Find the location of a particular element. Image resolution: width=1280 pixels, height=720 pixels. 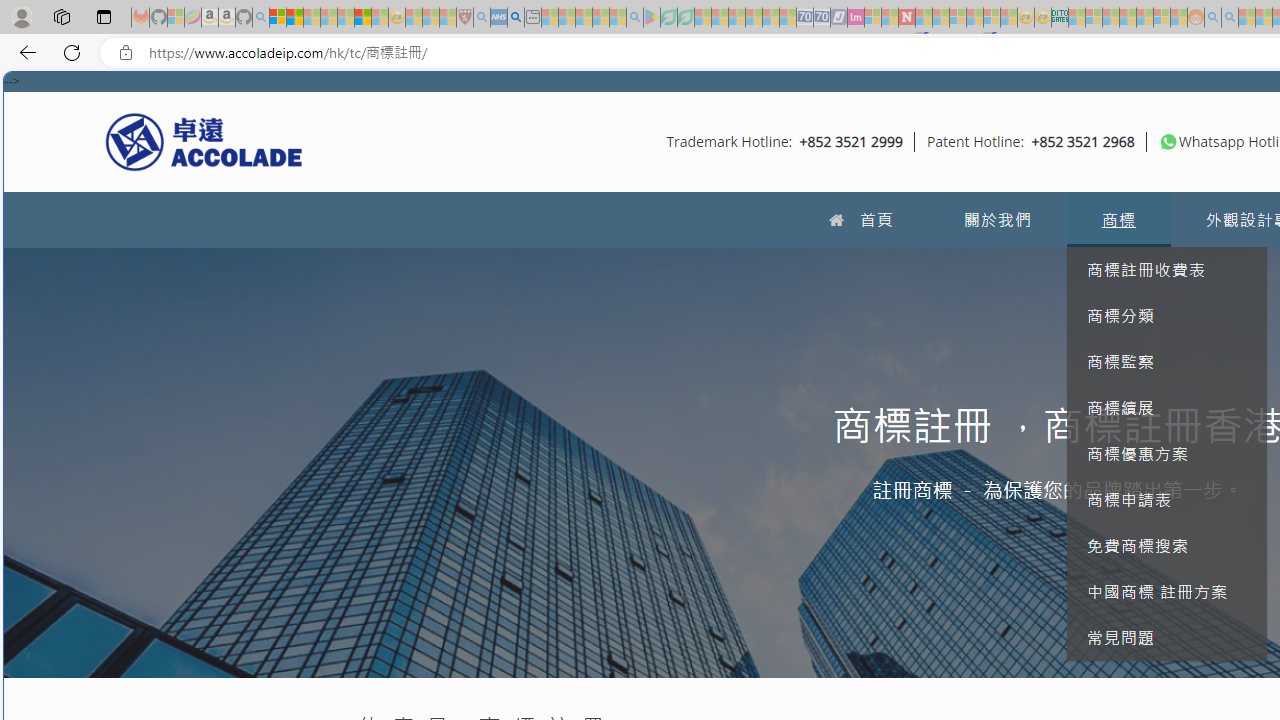

'Microsoft-Report a Concern to Bing - Sleeping' is located at coordinates (176, 17).